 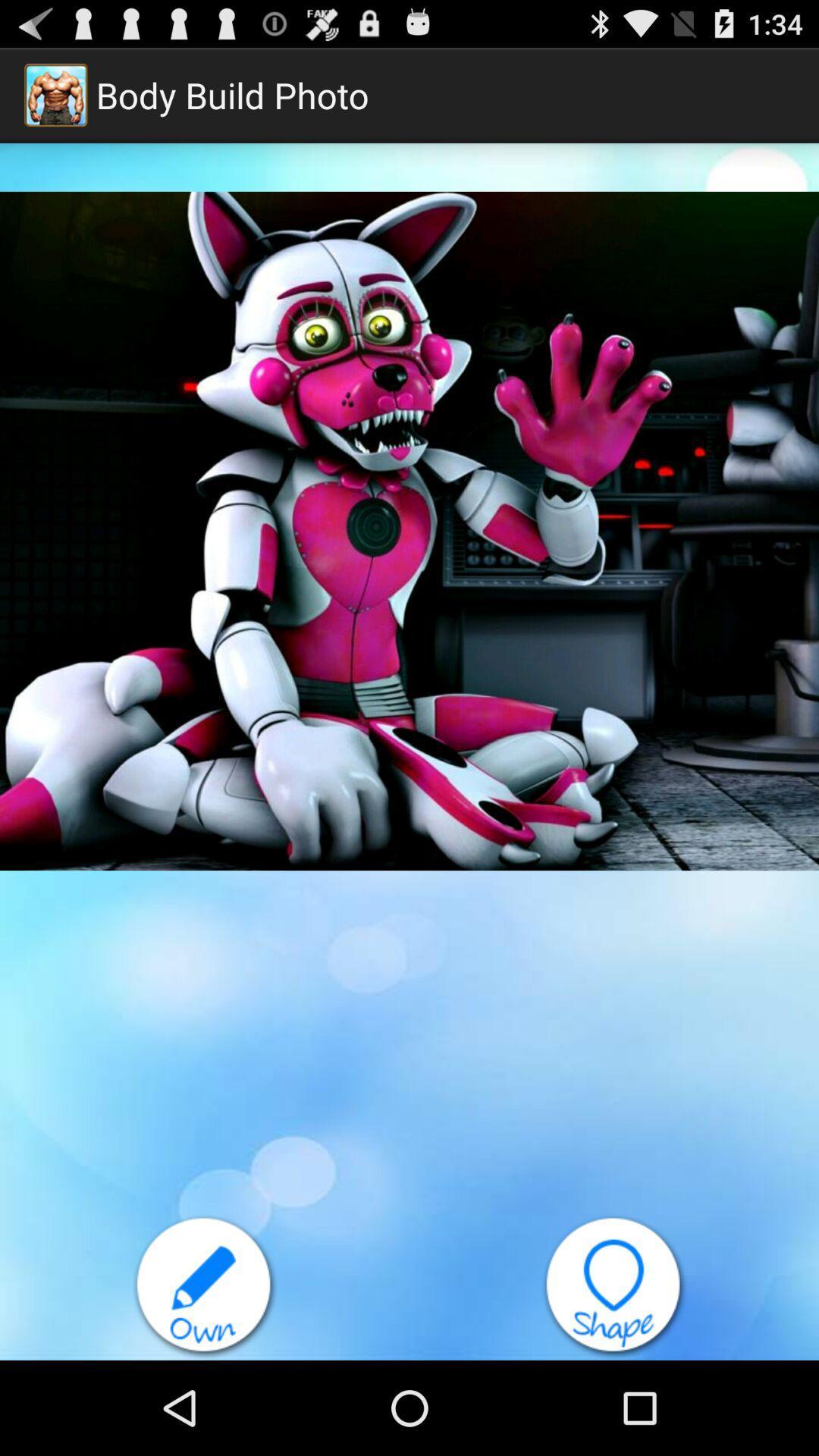 I want to click on shape, so click(x=614, y=1286).